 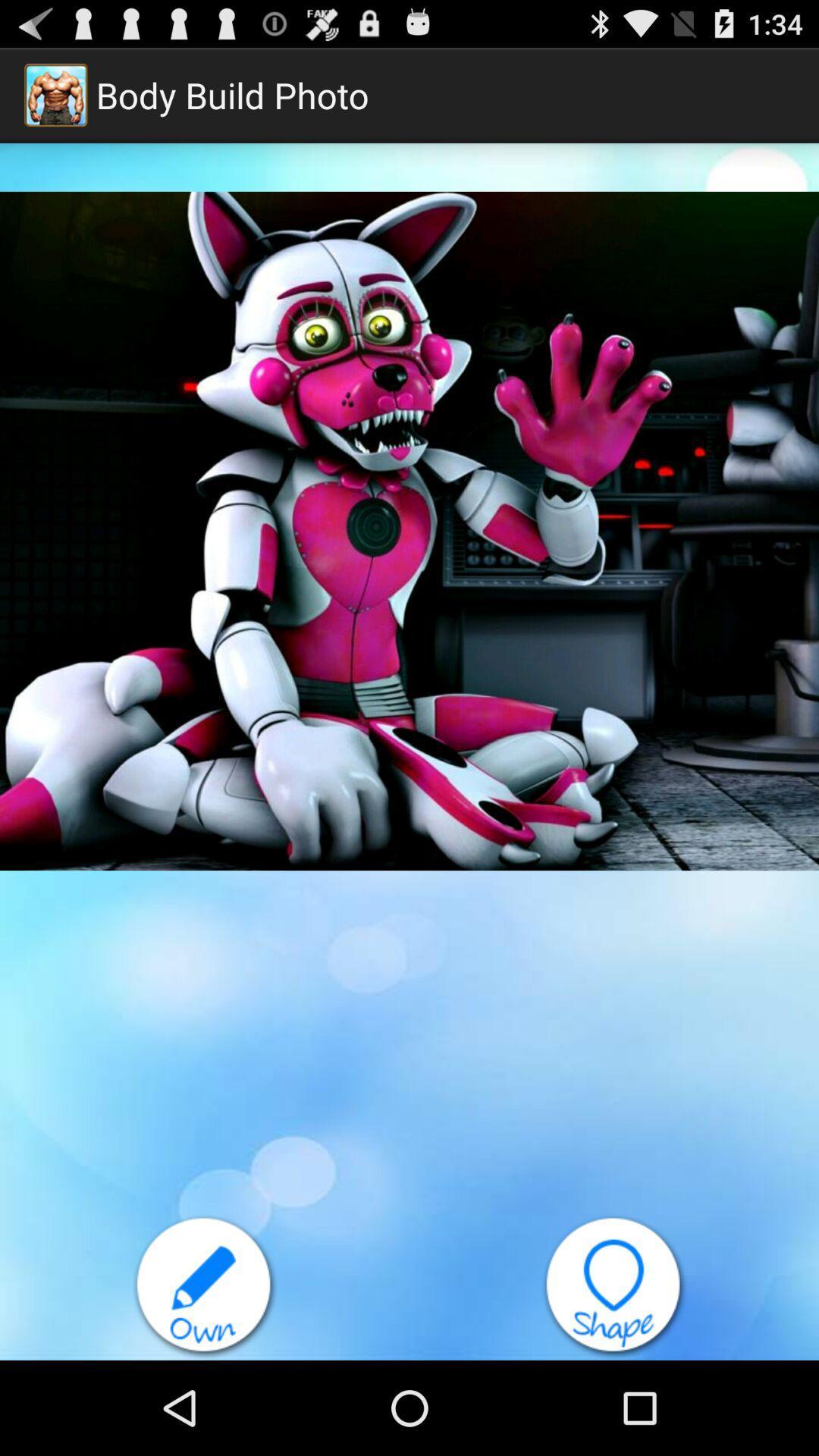 I want to click on shape, so click(x=614, y=1286).